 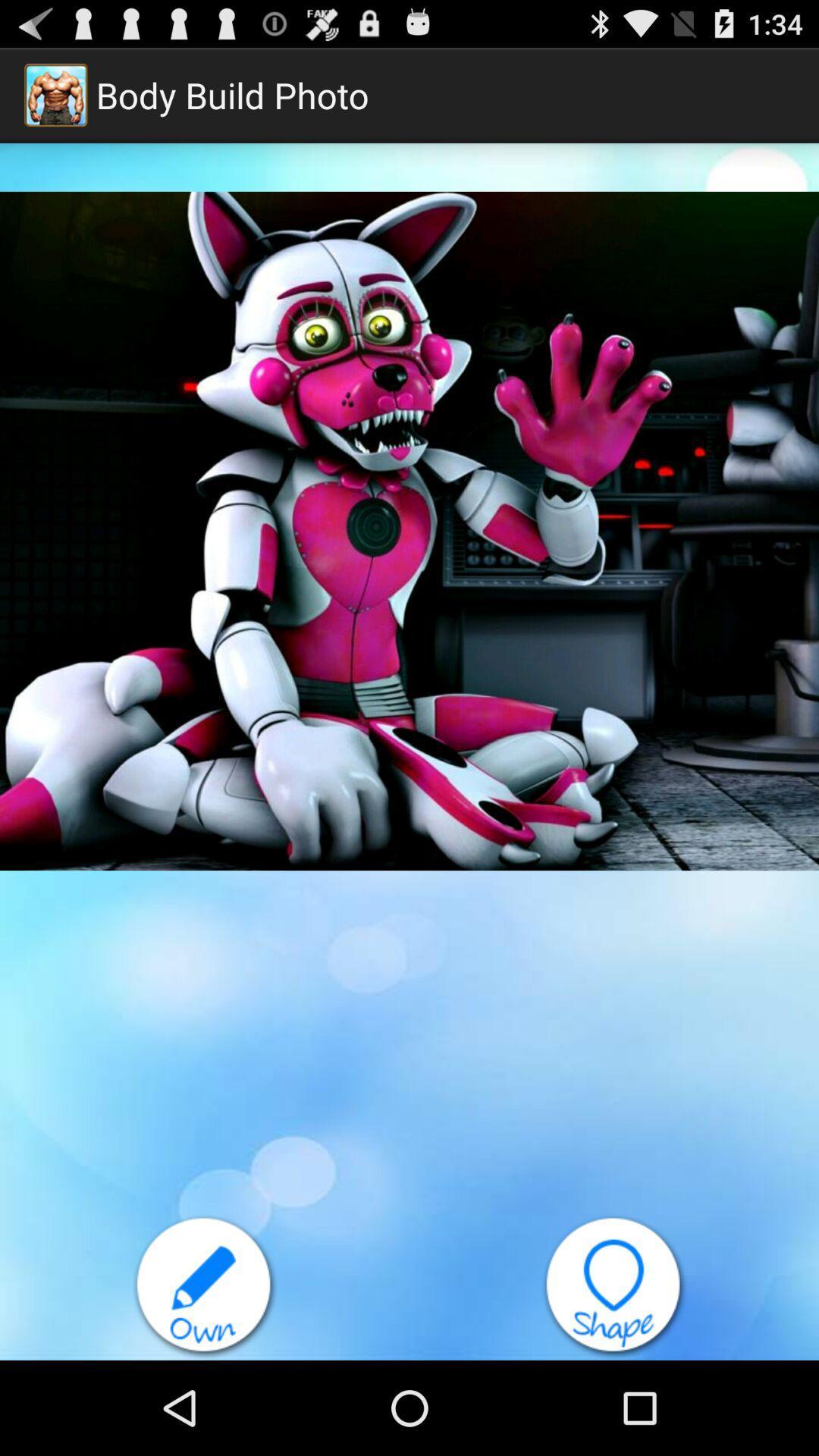 I want to click on shape, so click(x=614, y=1286).